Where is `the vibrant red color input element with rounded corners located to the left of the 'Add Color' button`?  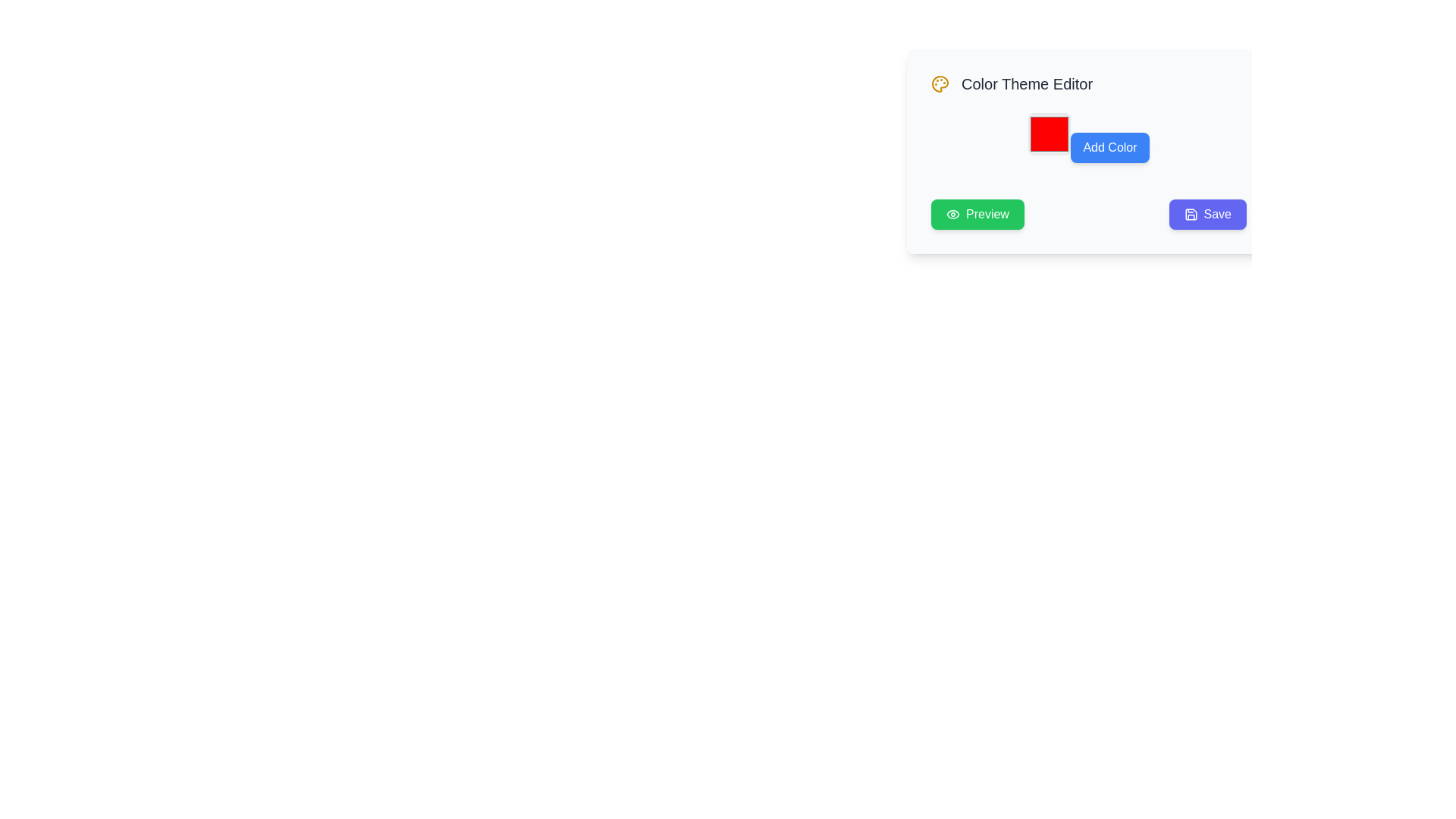
the vibrant red color input element with rounded corners located to the left of the 'Add Color' button is located at coordinates (1049, 133).